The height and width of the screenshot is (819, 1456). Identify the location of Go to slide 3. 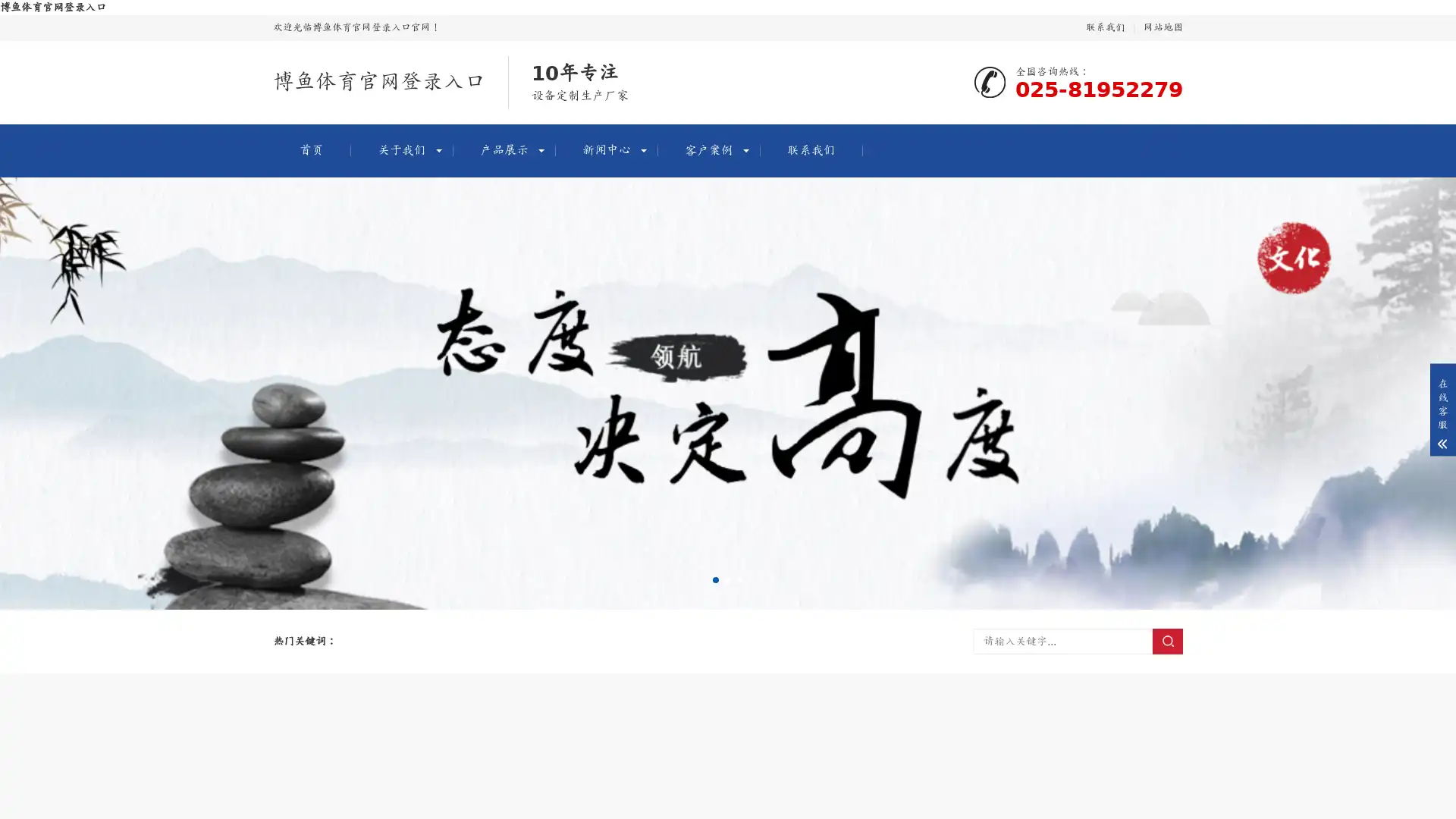
(739, 579).